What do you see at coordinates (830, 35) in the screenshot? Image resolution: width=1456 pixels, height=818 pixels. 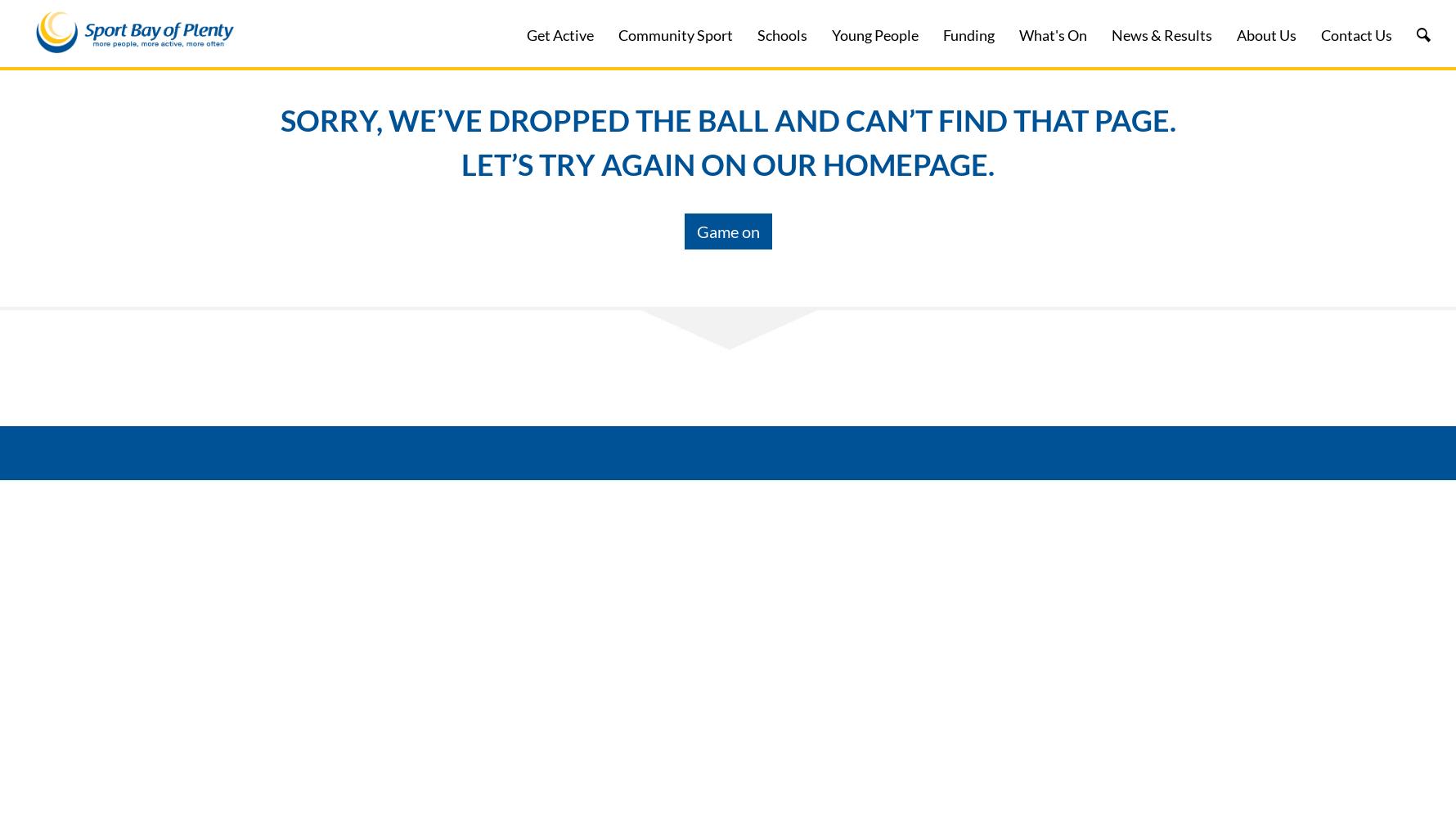 I see `'Young People'` at bounding box center [830, 35].